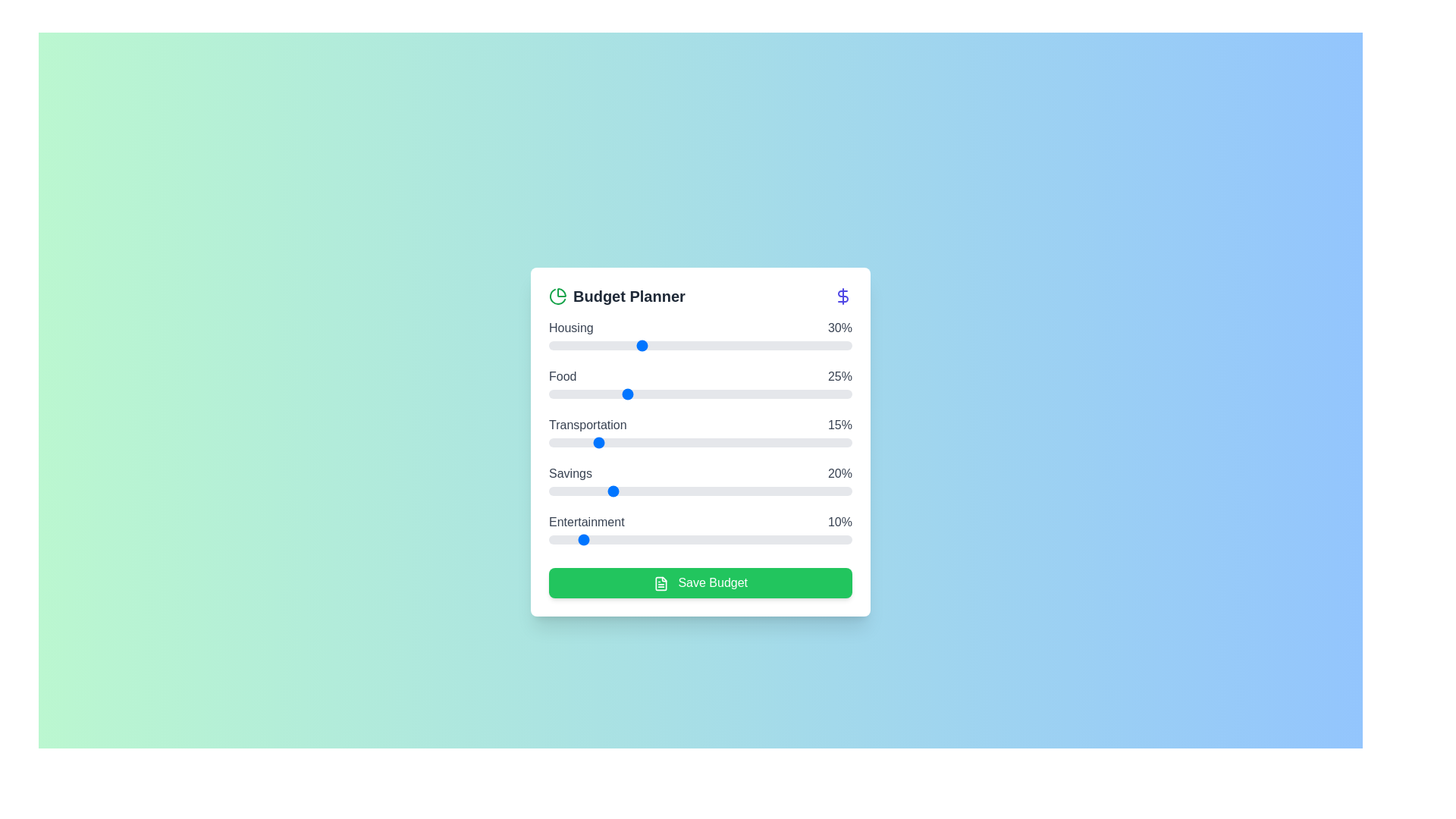 The width and height of the screenshot is (1456, 819). Describe the element at coordinates (661, 442) in the screenshot. I see `the 'Transportation' slider to 37%` at that location.